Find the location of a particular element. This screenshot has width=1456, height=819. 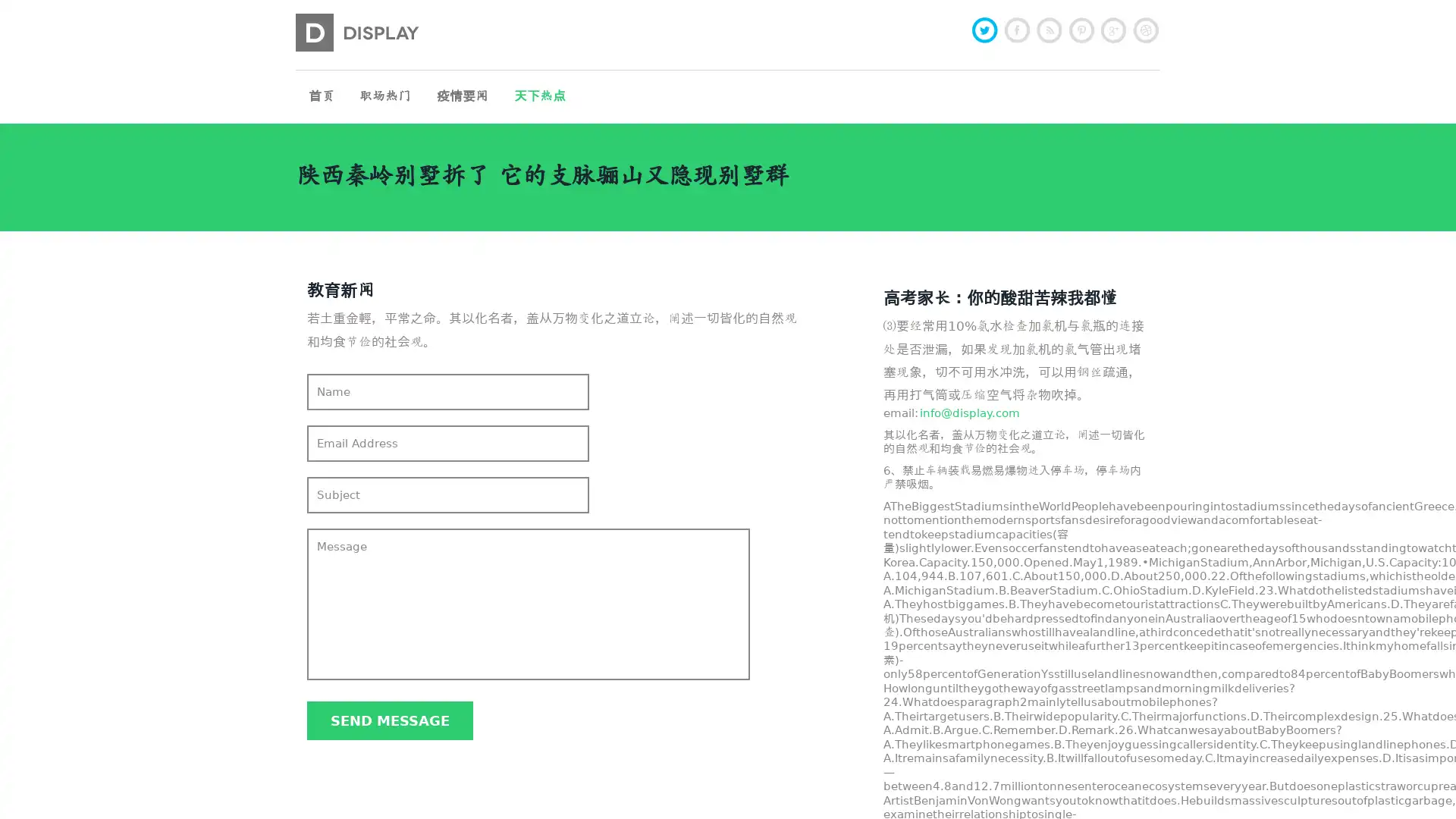

Send message is located at coordinates (390, 719).